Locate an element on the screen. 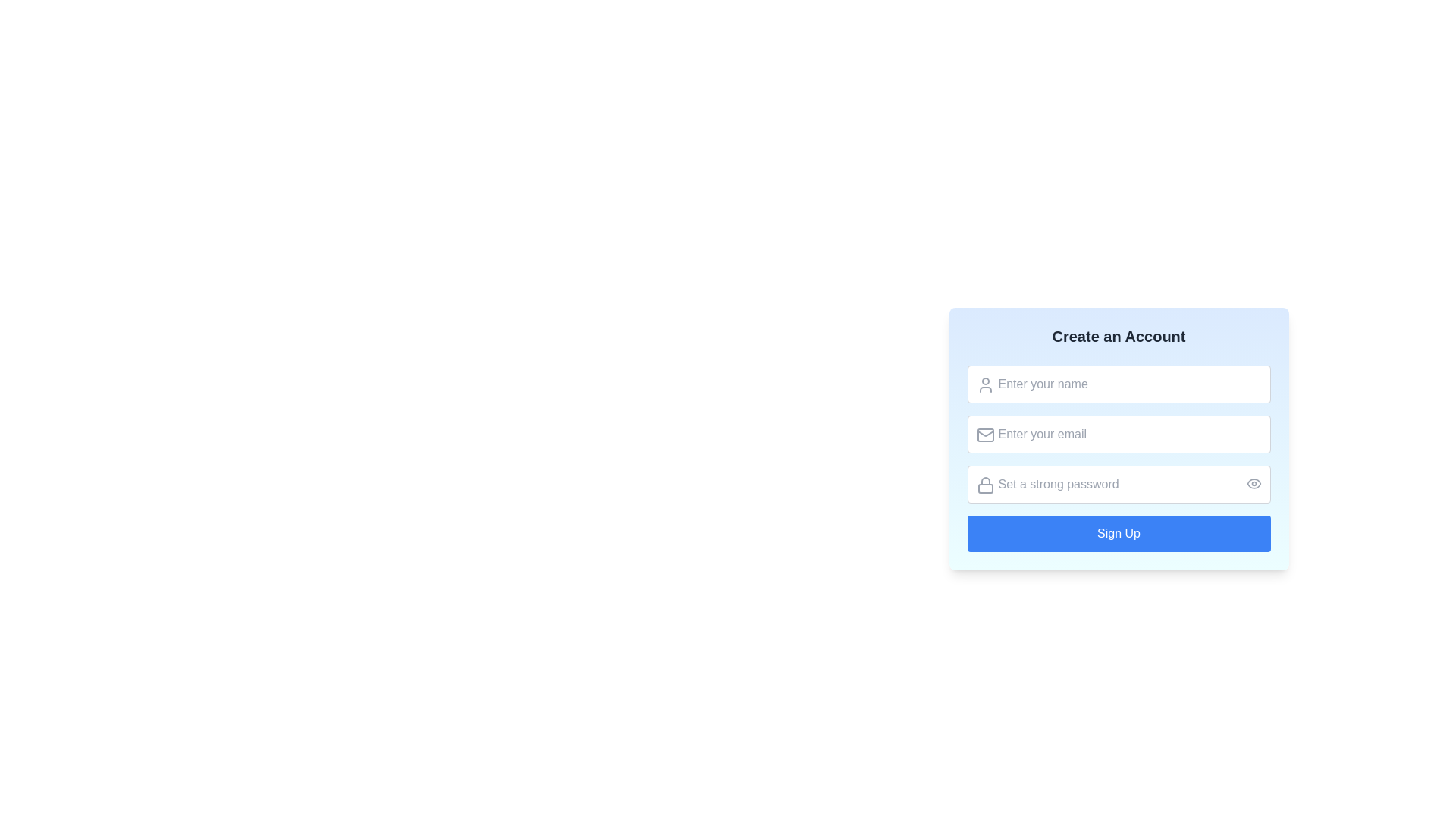  the user profile outline SVG icon located to the left of the 'Enter your name' text input field is located at coordinates (985, 384).